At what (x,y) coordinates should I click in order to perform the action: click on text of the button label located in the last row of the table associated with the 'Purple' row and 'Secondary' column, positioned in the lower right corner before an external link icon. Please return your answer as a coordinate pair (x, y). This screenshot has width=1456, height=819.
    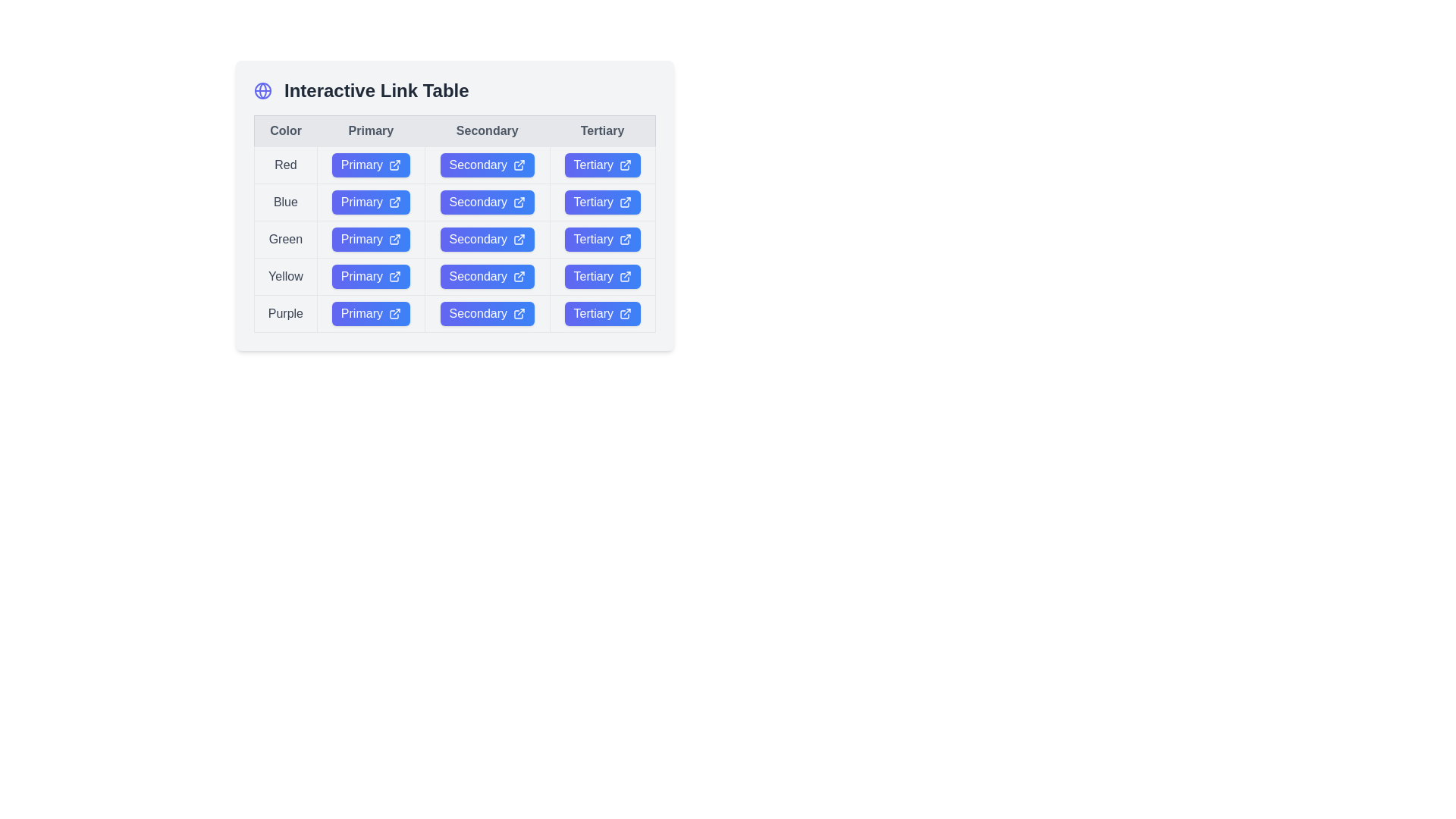
    Looking at the image, I should click on (477, 312).